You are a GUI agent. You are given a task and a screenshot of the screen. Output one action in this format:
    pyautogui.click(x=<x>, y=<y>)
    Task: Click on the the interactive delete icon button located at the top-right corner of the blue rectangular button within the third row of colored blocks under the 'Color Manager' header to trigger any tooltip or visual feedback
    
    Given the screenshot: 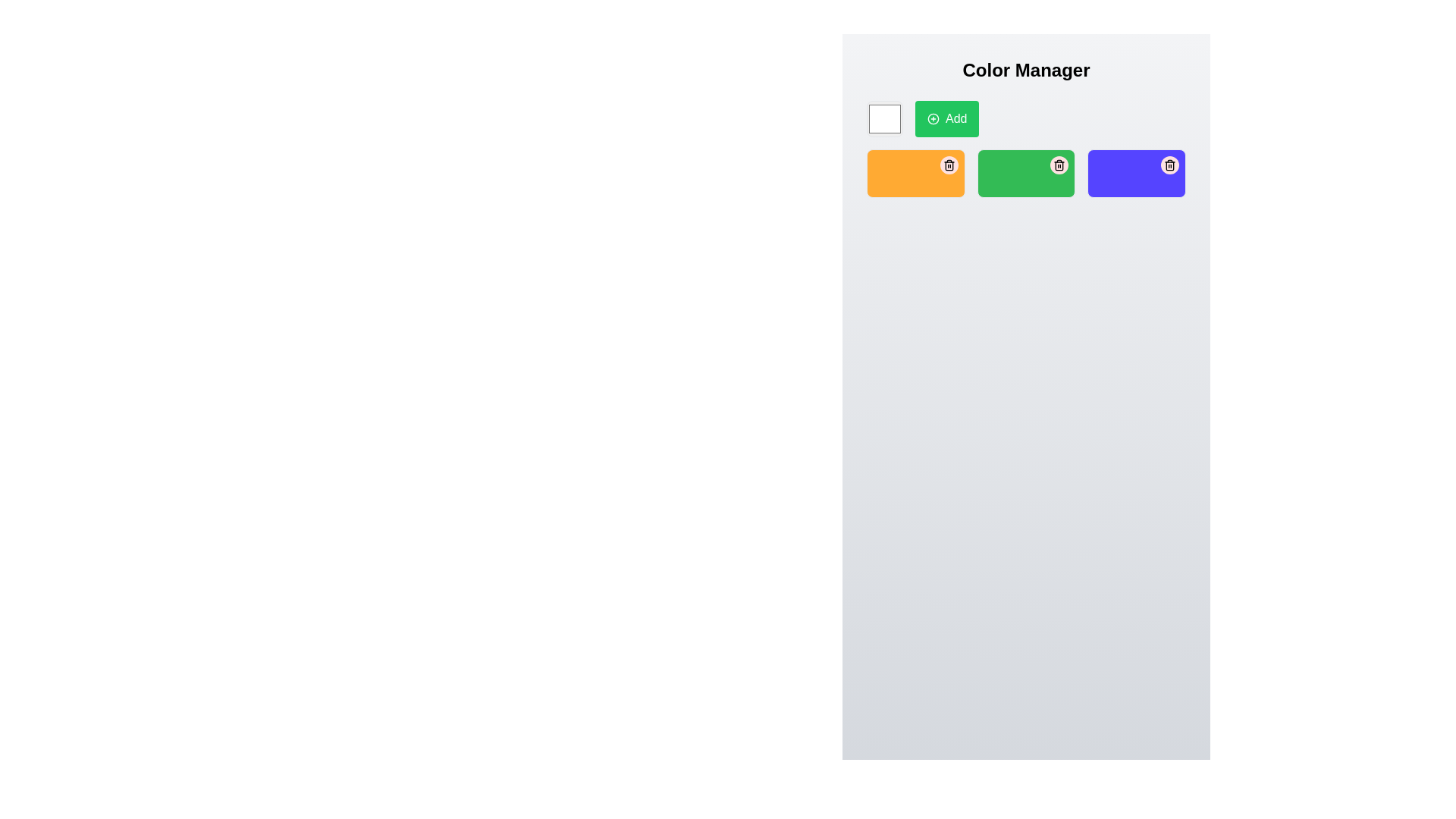 What is the action you would take?
    pyautogui.click(x=1169, y=165)
    